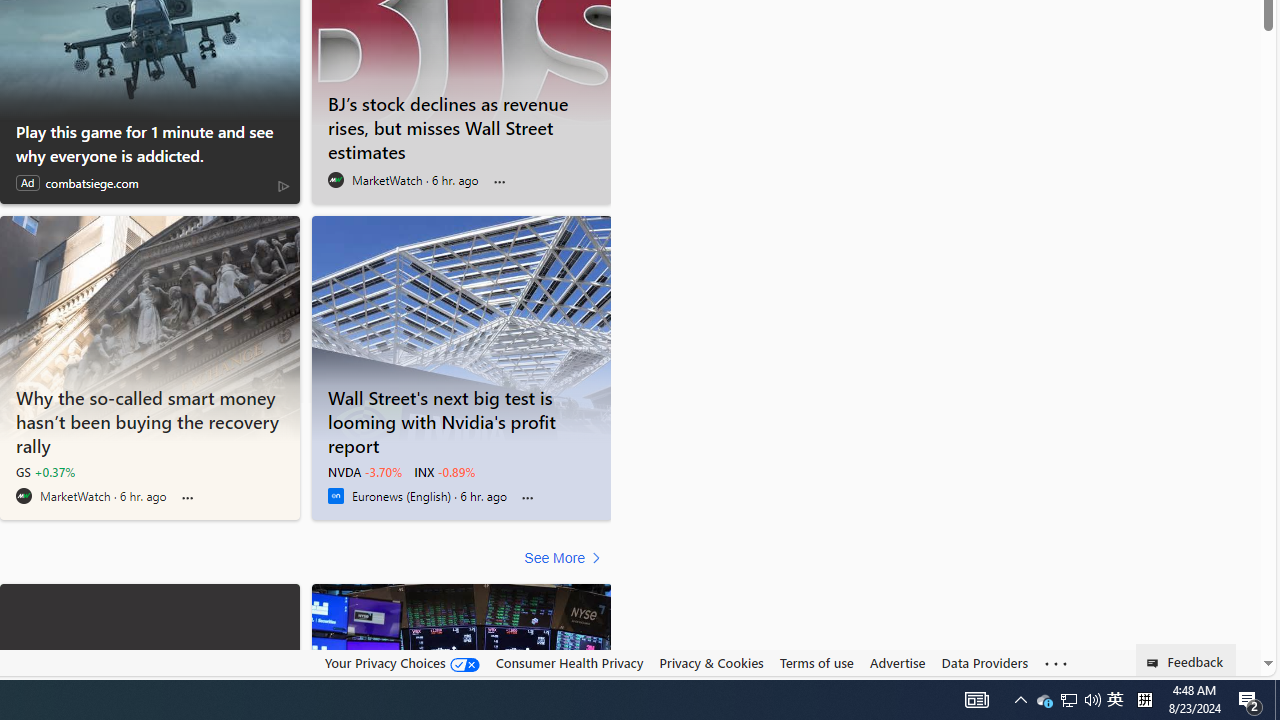  What do you see at coordinates (443, 471) in the screenshot?
I see `'INX -0.89%'` at bounding box center [443, 471].